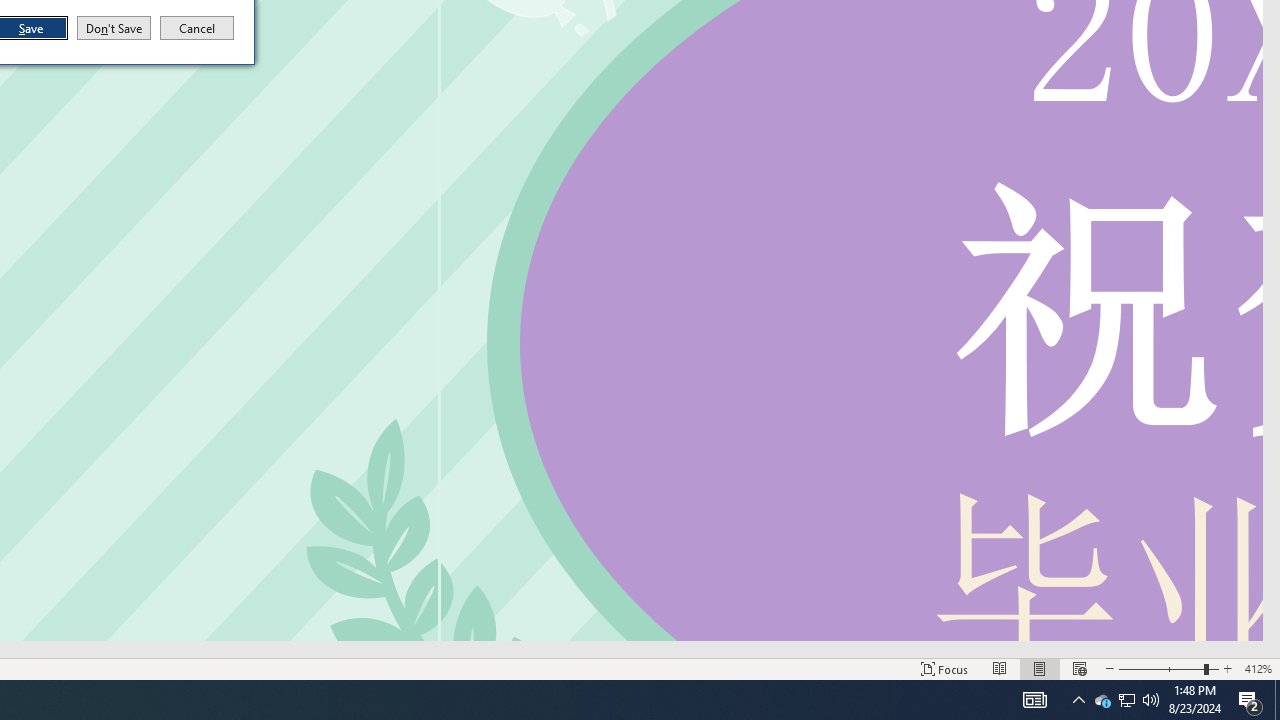  Describe the element at coordinates (197, 28) in the screenshot. I see `'Cancel'` at that location.